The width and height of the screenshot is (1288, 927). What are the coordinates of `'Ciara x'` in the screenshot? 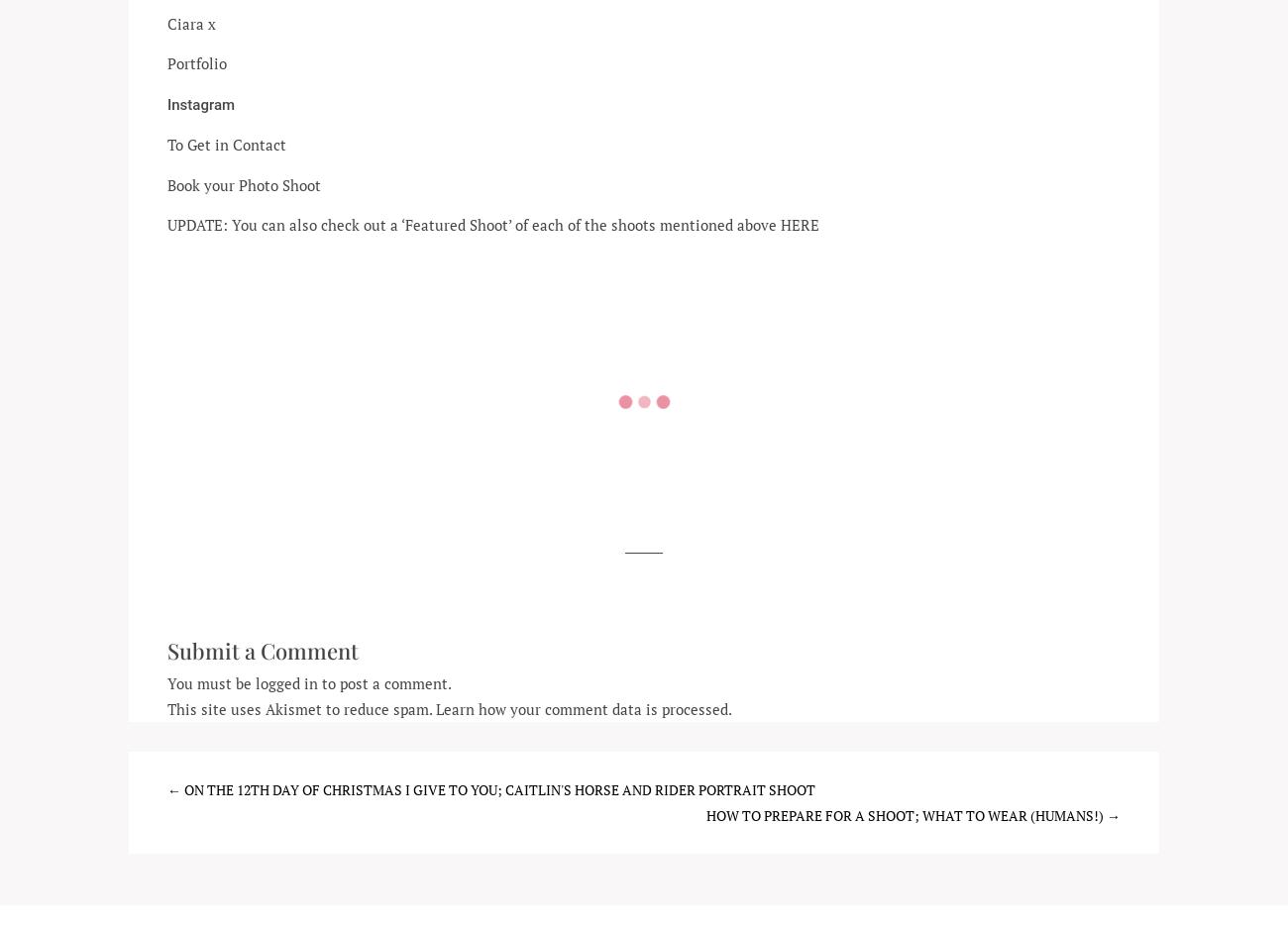 It's located at (191, 22).